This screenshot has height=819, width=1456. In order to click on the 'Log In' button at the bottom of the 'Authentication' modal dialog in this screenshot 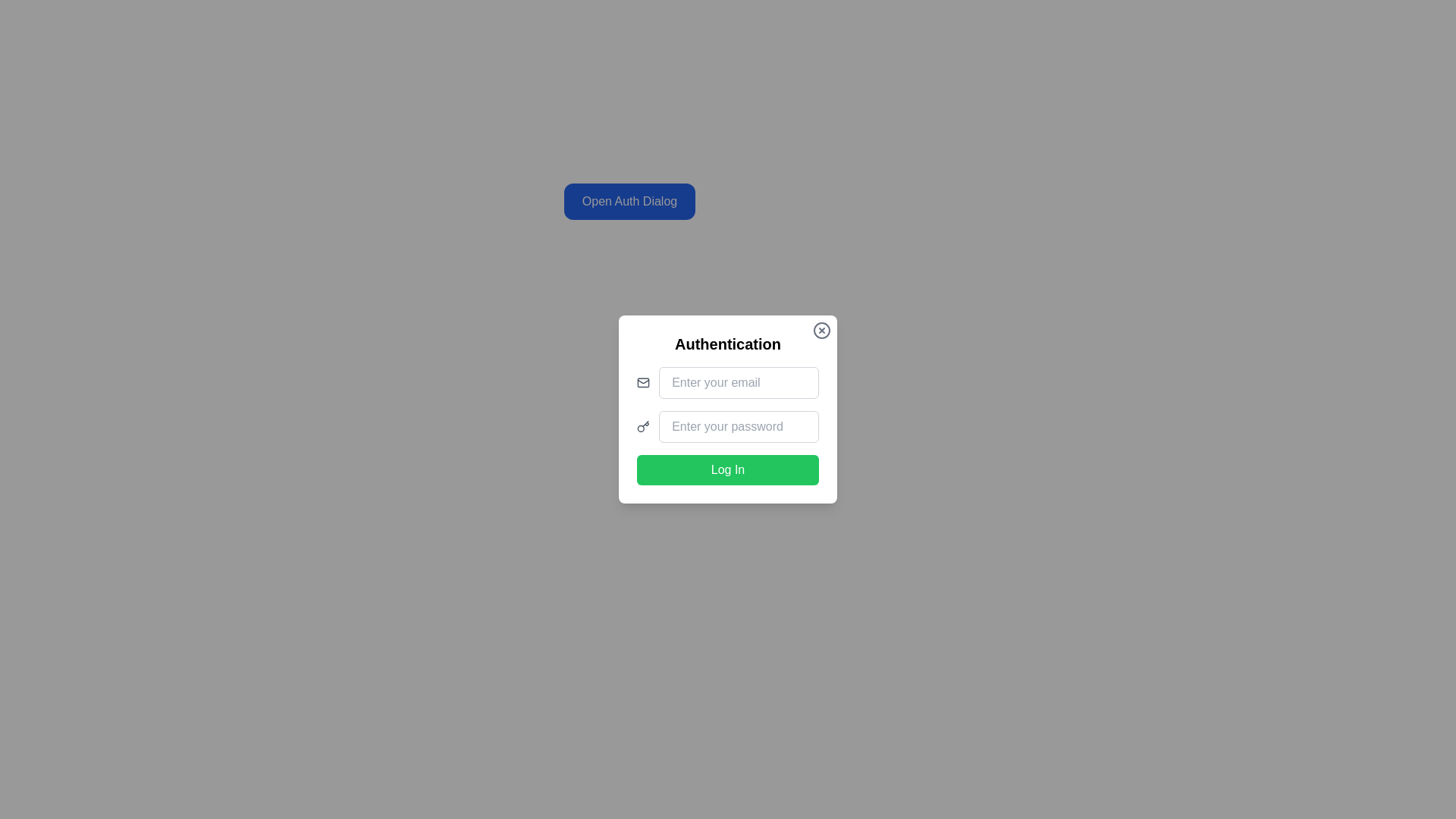, I will do `click(728, 469)`.